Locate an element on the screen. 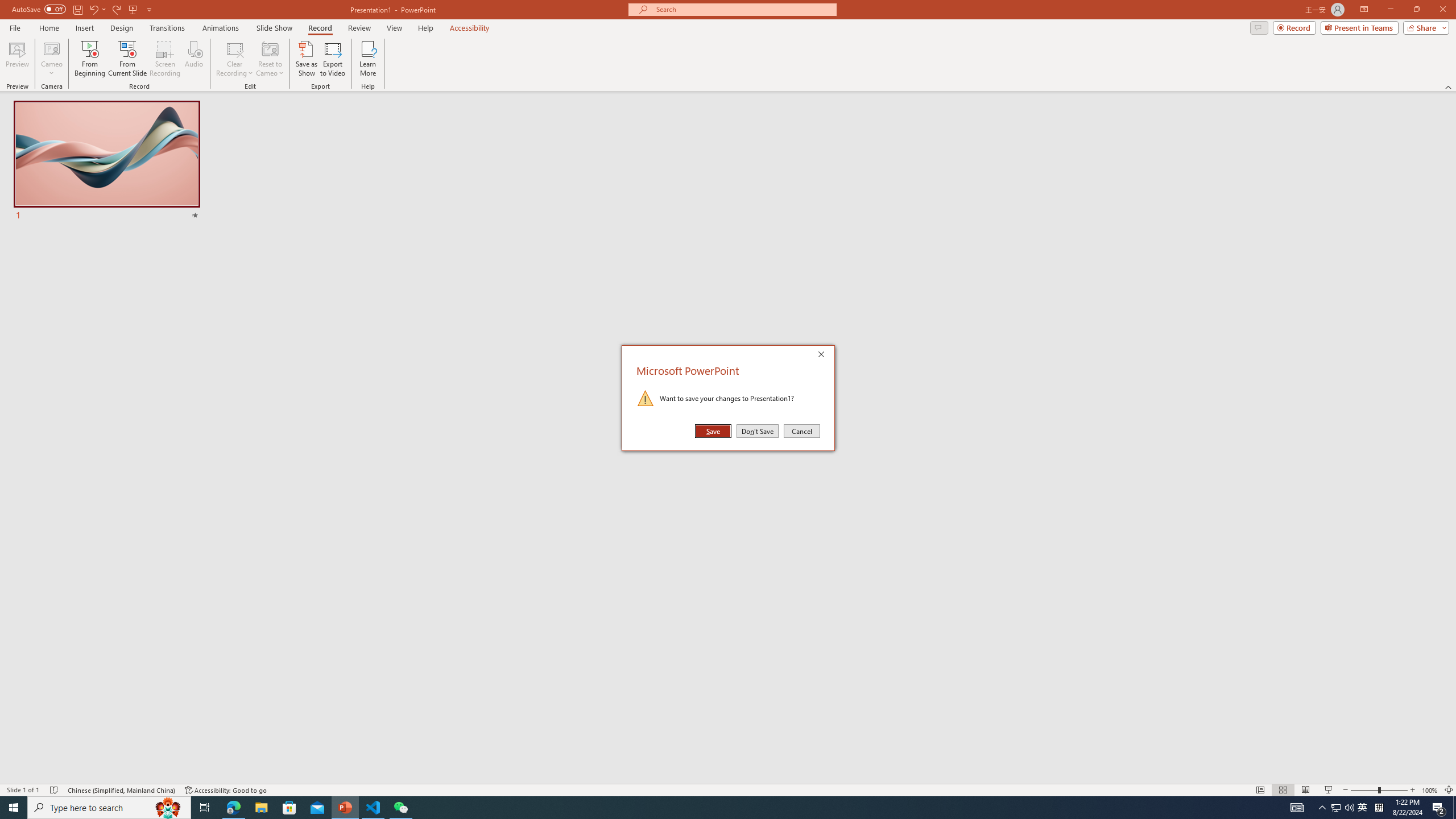  'Don' is located at coordinates (758, 431).